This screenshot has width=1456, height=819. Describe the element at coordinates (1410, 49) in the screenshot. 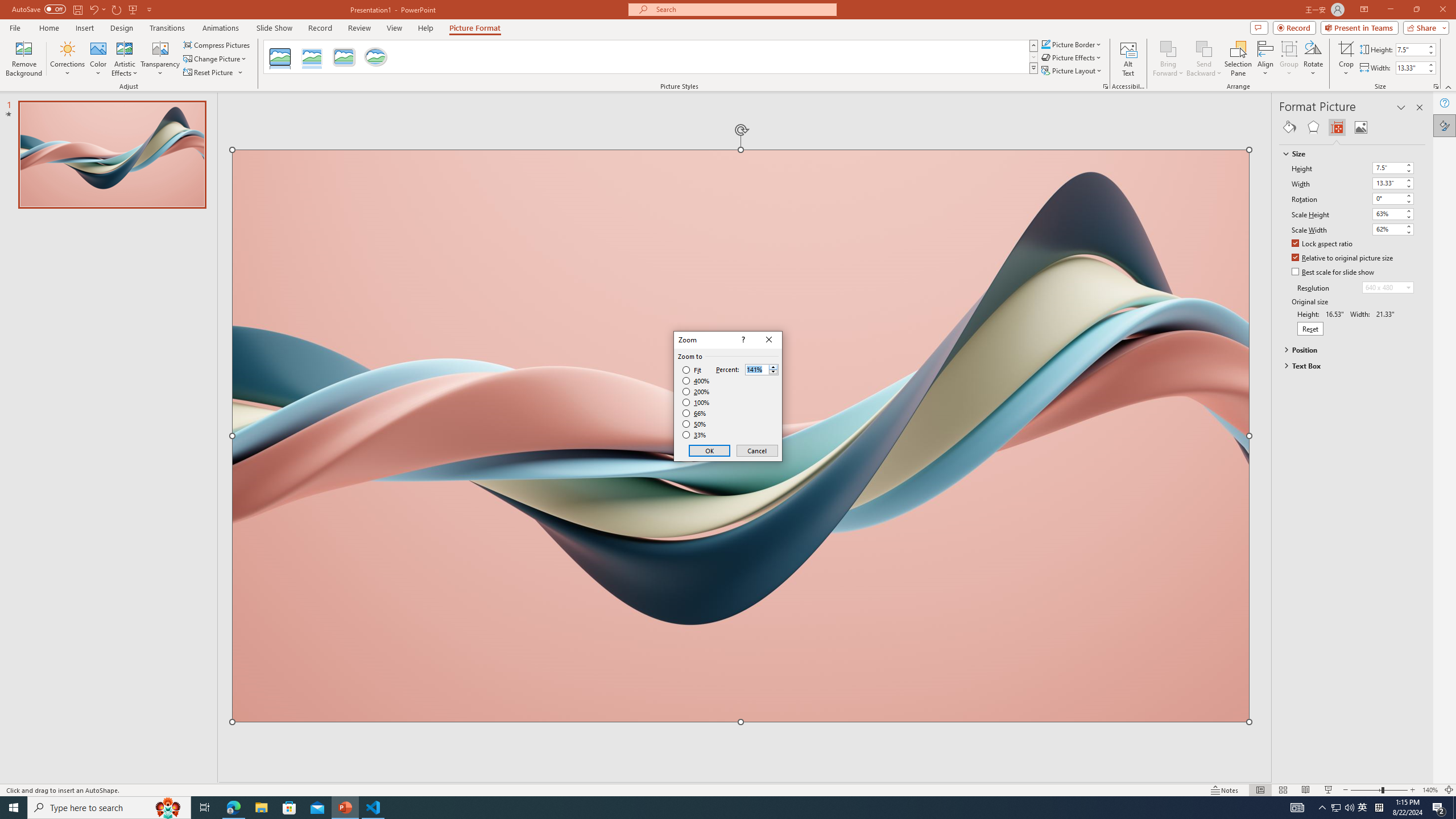

I see `'Shape Height'` at that location.